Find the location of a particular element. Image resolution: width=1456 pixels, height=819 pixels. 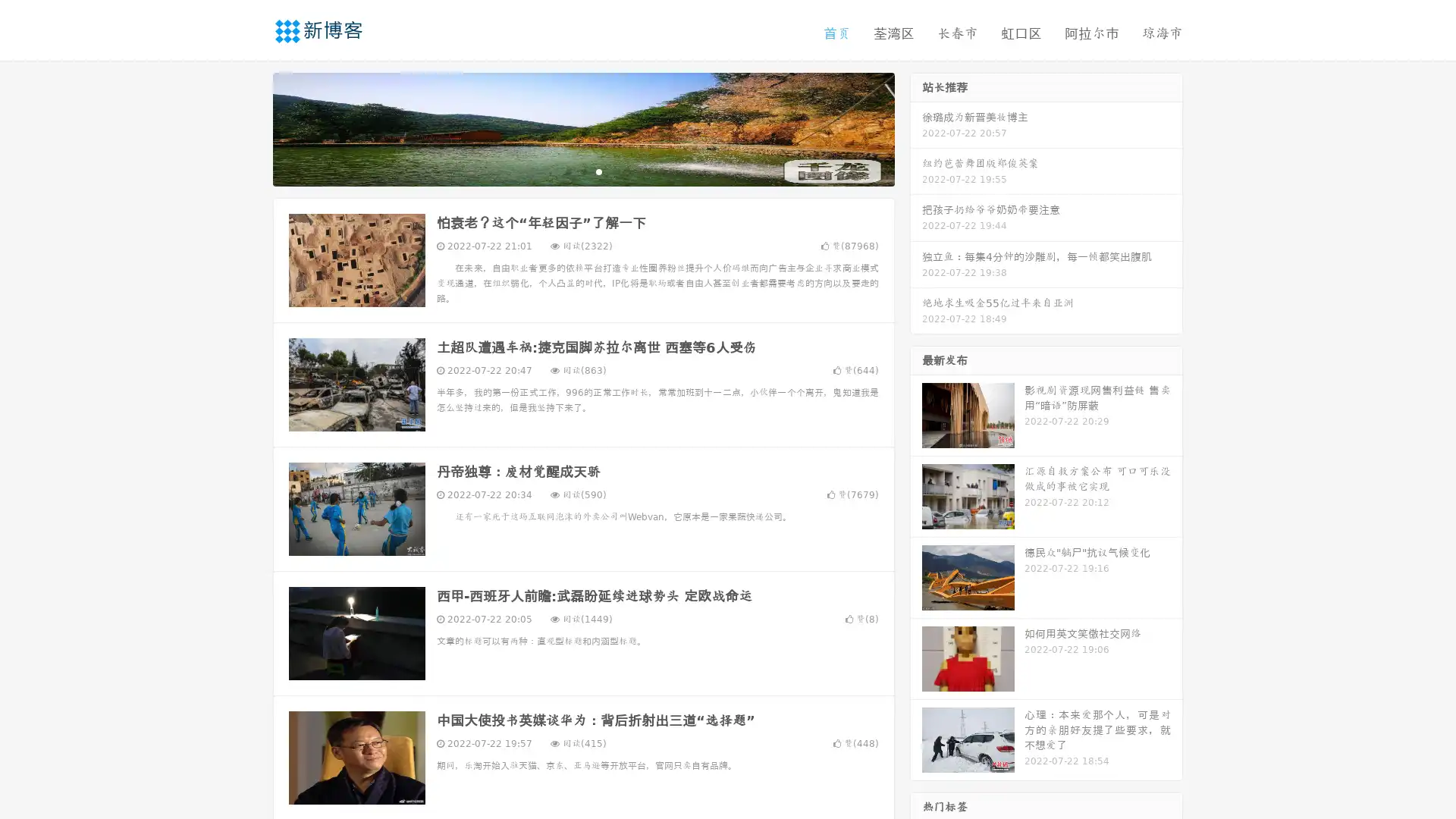

Previous slide is located at coordinates (250, 127).